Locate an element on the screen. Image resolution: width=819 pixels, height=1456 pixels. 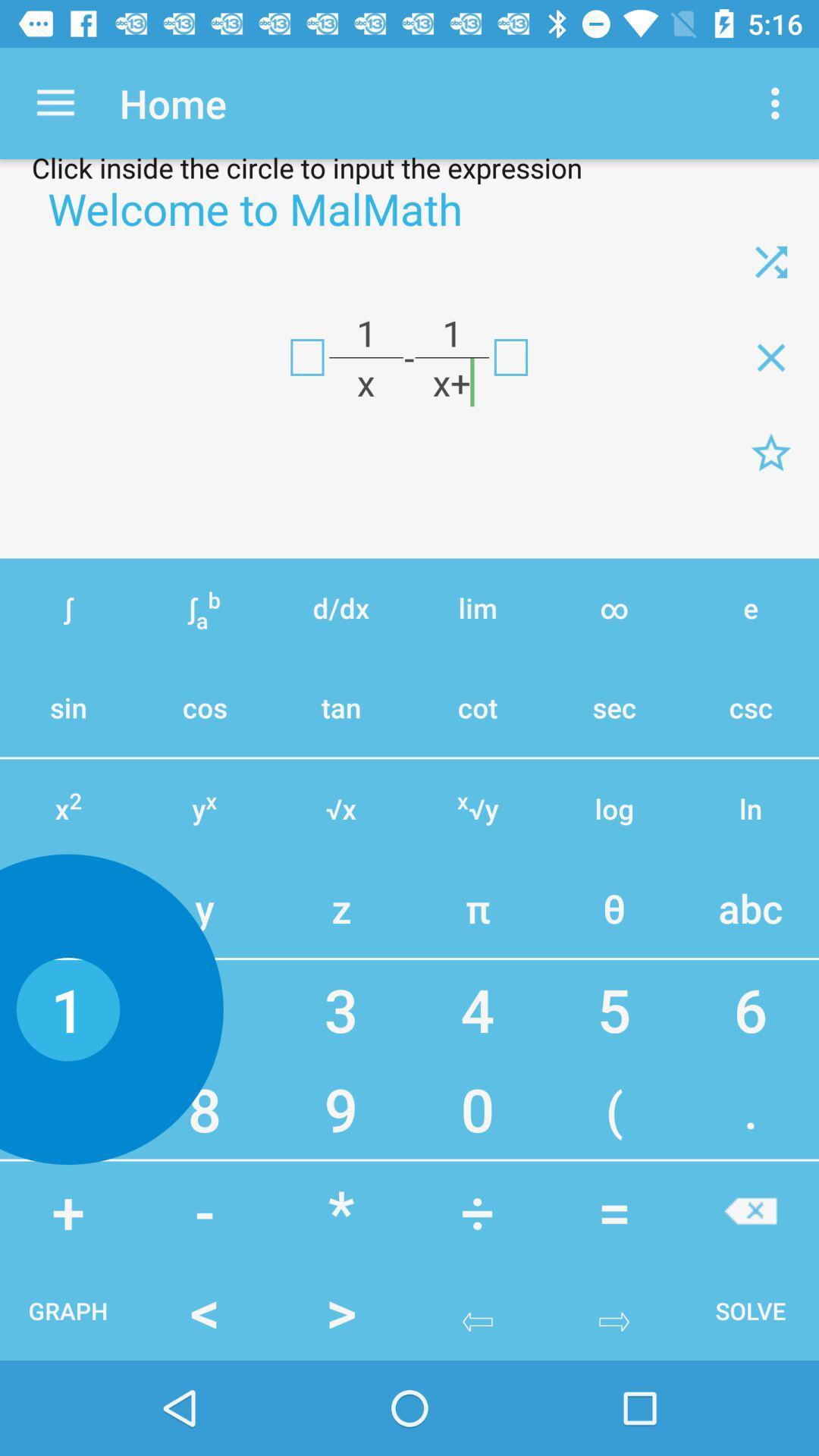
formula is located at coordinates (307, 356).